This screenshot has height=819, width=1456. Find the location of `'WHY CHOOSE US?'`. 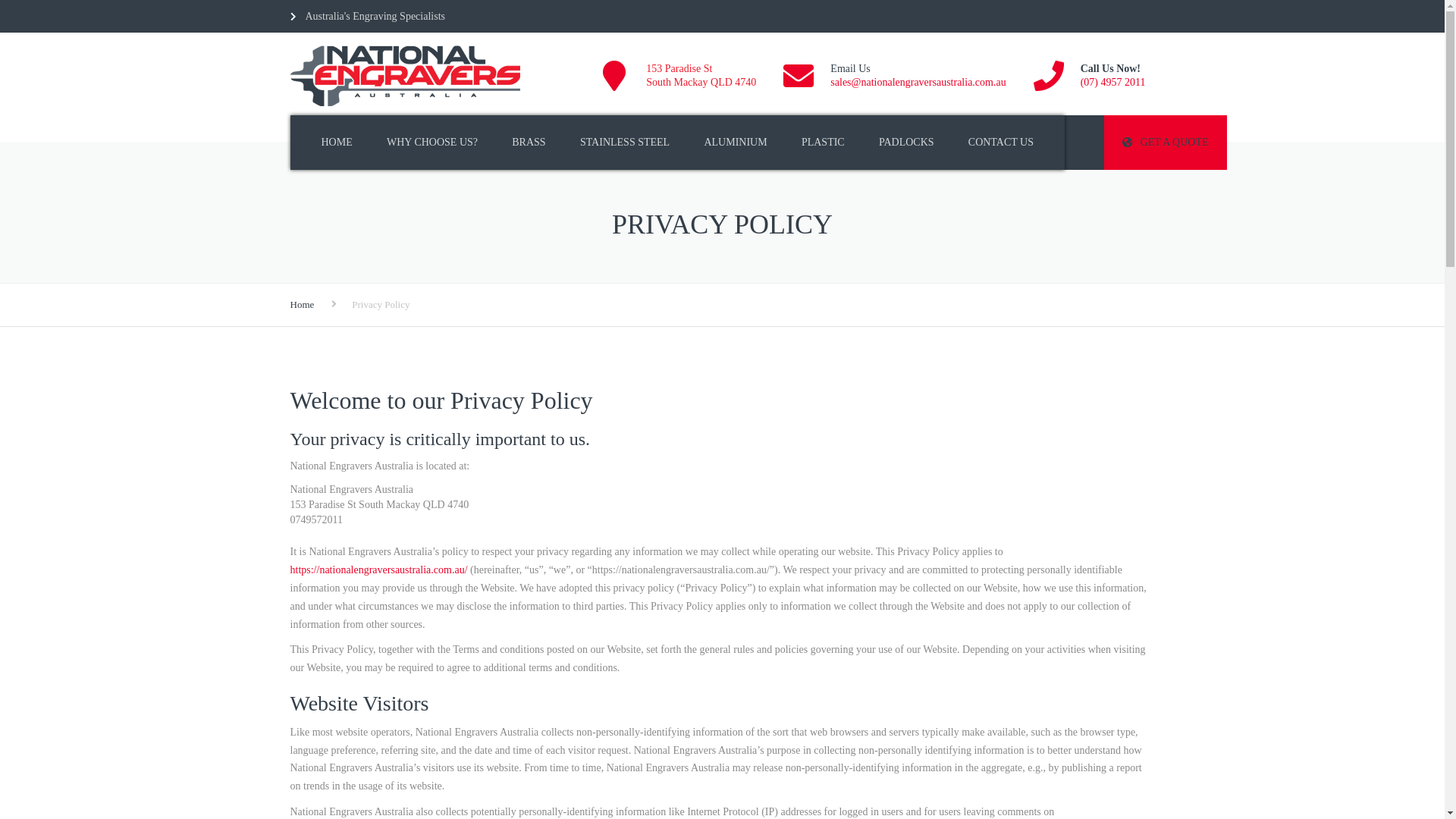

'WHY CHOOSE US?' is located at coordinates (431, 143).